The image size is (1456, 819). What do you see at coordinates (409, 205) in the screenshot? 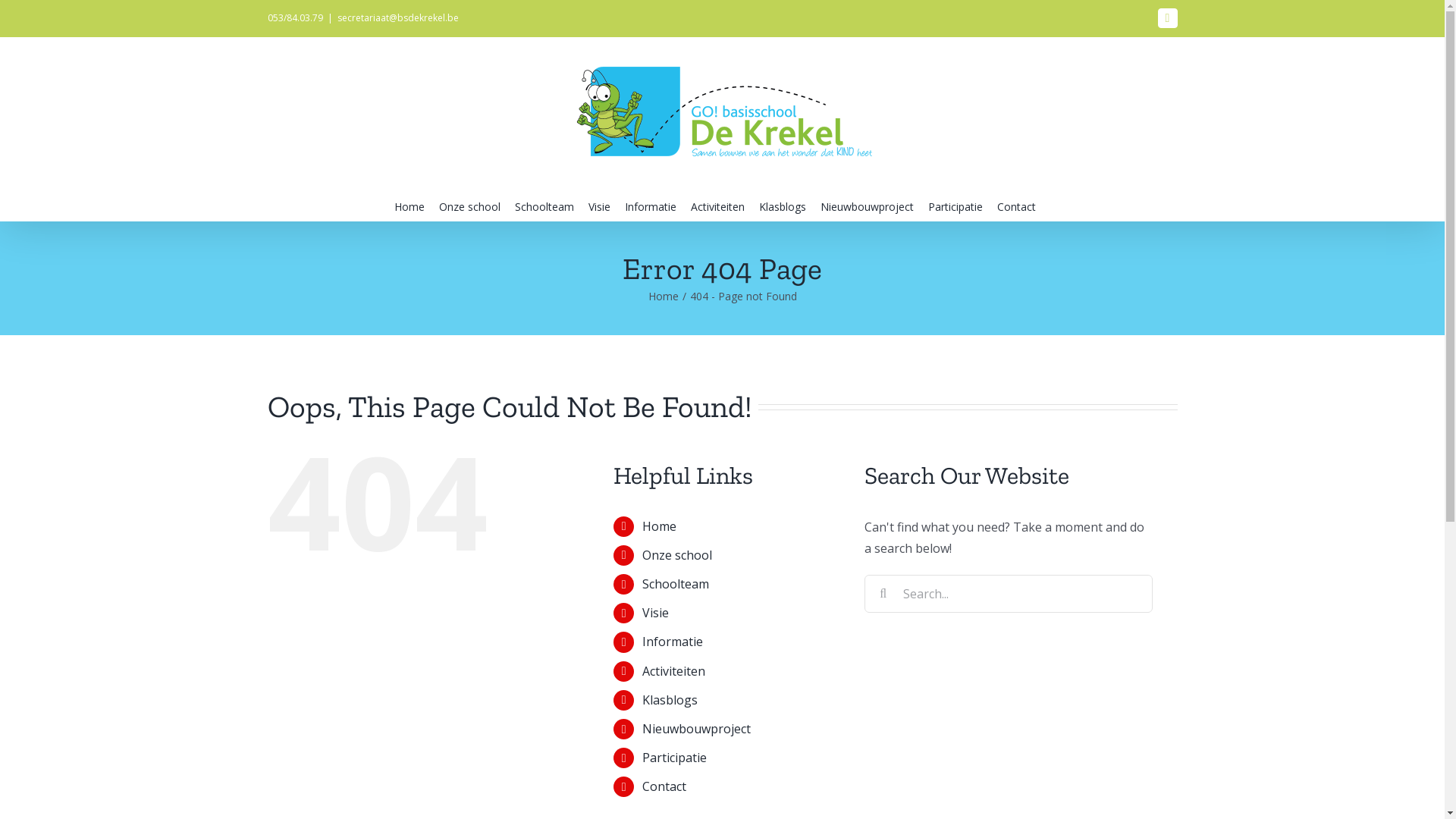
I see `'Home'` at bounding box center [409, 205].